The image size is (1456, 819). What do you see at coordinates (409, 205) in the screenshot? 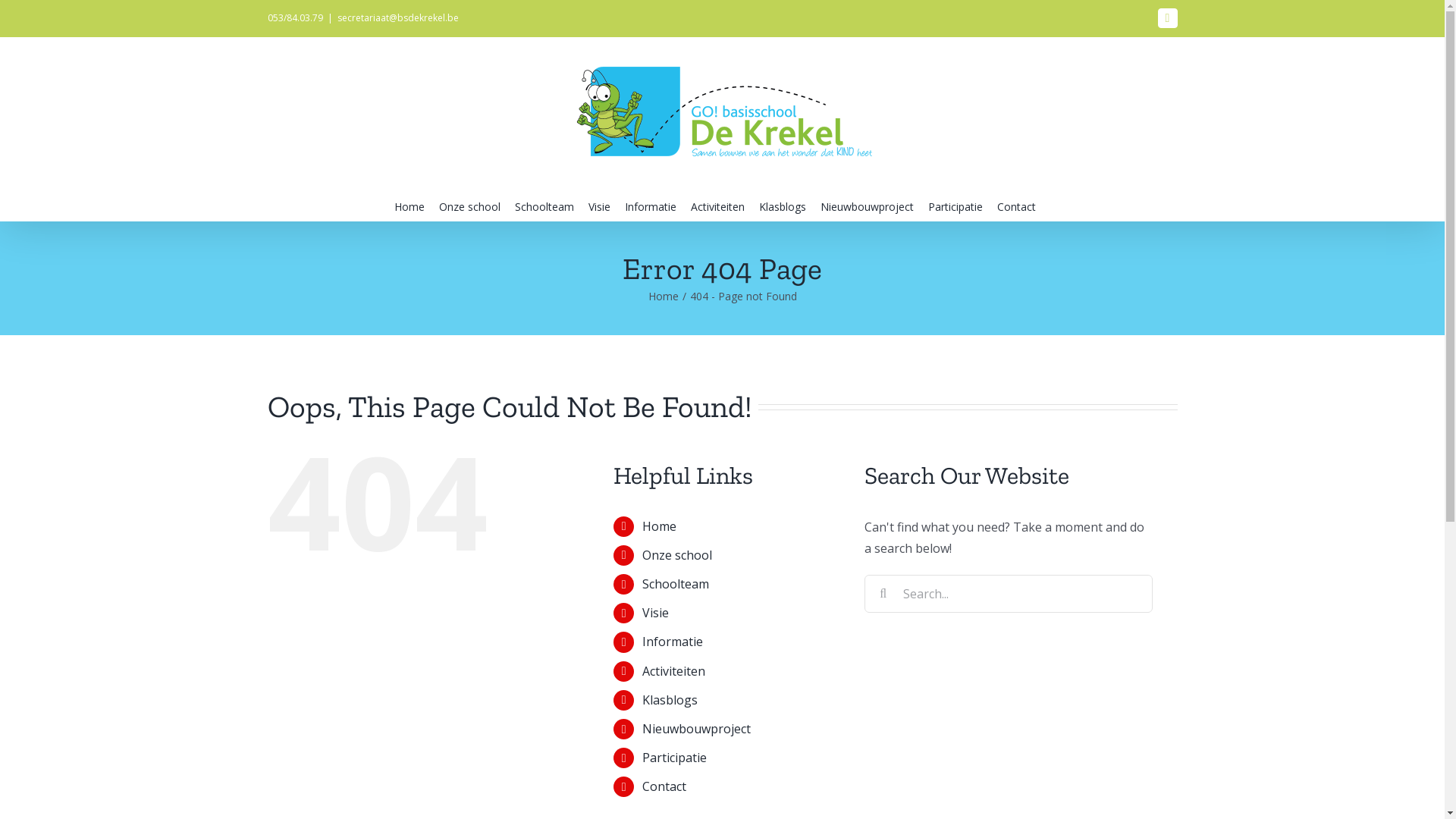
I see `'Home'` at bounding box center [409, 205].